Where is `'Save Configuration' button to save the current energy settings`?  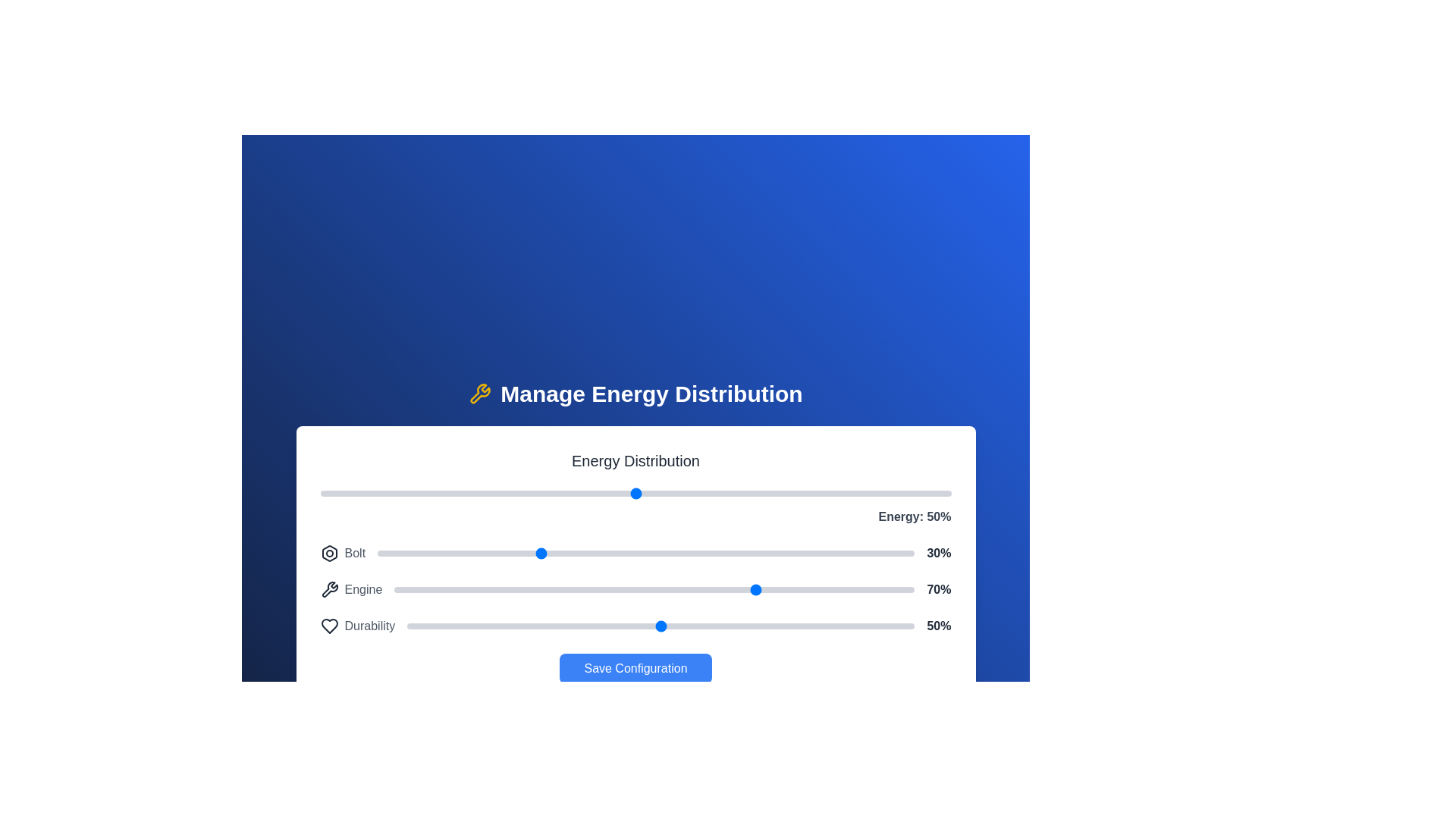
'Save Configuration' button to save the current energy settings is located at coordinates (635, 668).